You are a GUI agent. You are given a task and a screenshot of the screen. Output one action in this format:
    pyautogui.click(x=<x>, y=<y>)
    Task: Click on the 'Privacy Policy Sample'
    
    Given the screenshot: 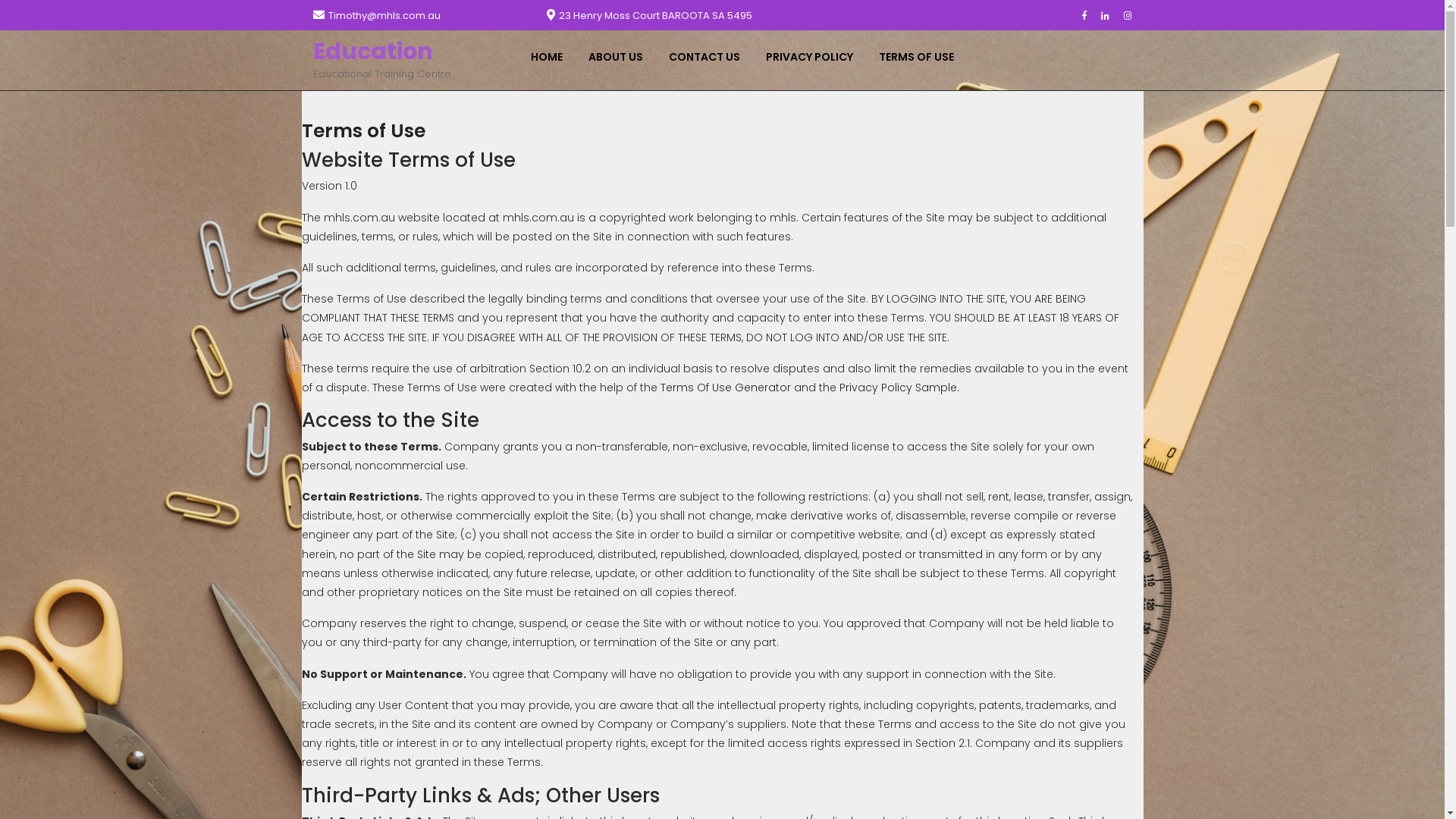 What is the action you would take?
    pyautogui.click(x=837, y=386)
    